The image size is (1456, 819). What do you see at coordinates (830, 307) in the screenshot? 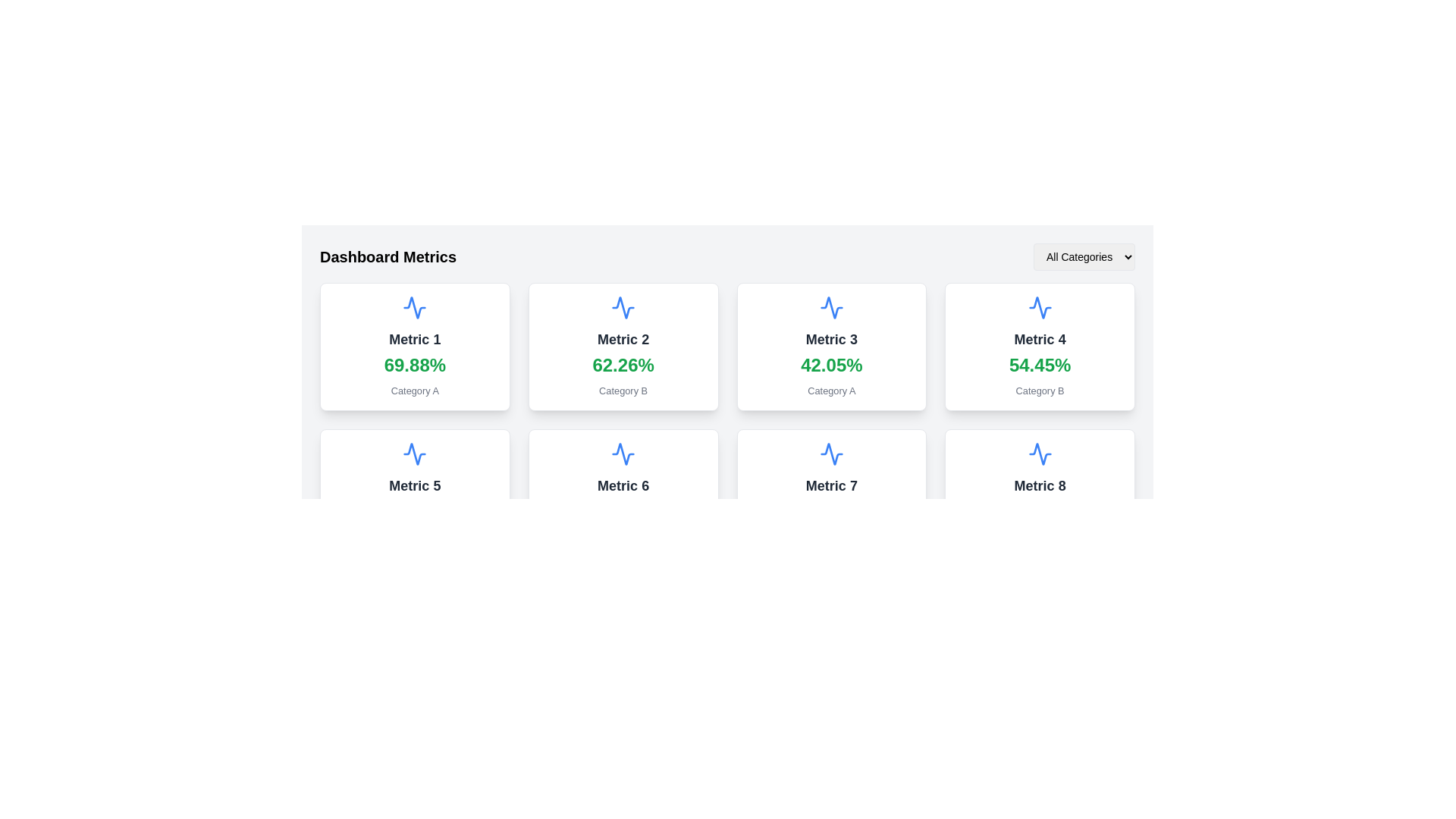
I see `the blue waveform icon located at the top of the Metric 3 data card, which is styled with rounded edges and a white background` at bounding box center [830, 307].